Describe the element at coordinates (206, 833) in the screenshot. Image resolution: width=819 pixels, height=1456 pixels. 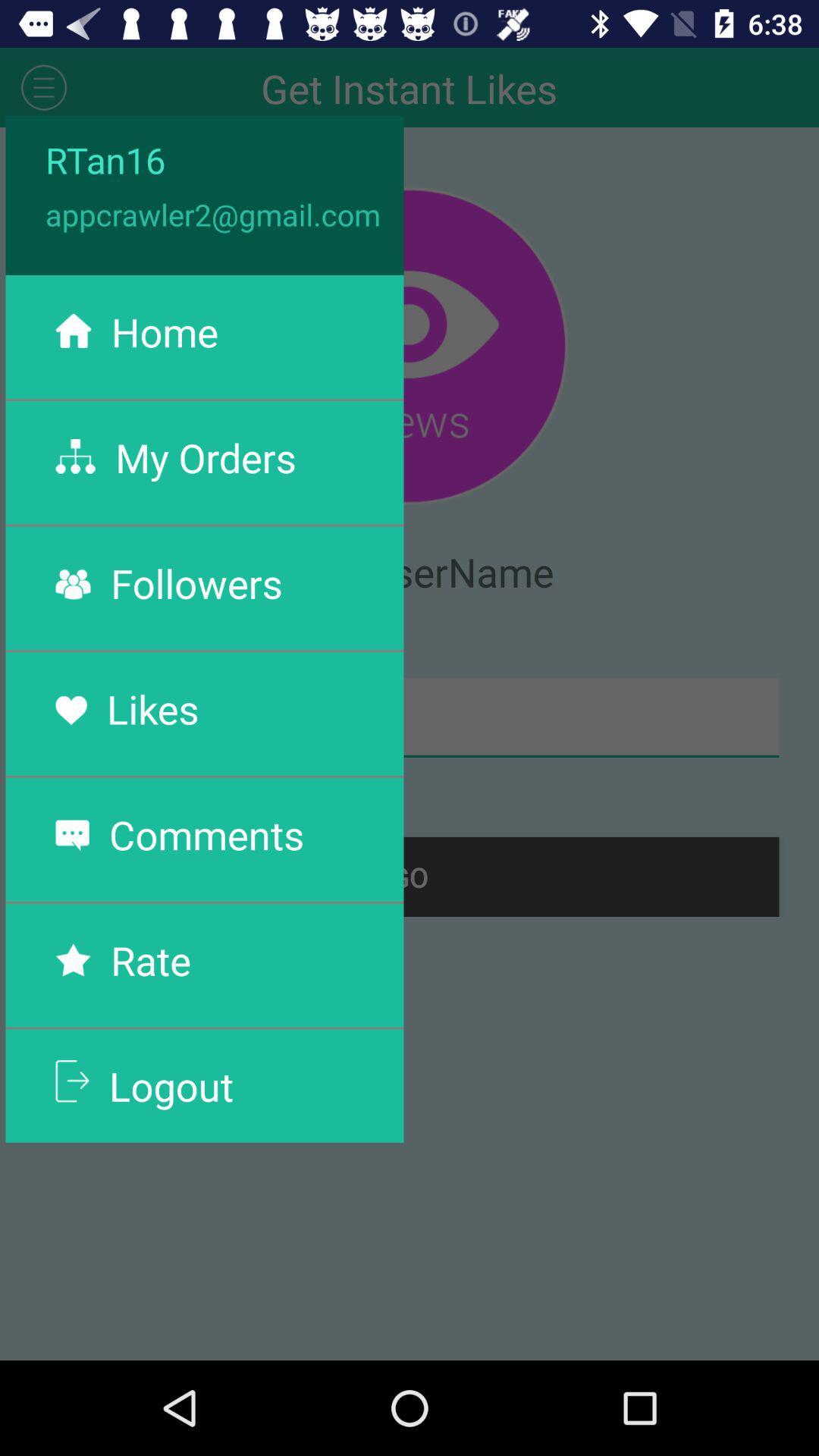
I see `comments icon` at that location.